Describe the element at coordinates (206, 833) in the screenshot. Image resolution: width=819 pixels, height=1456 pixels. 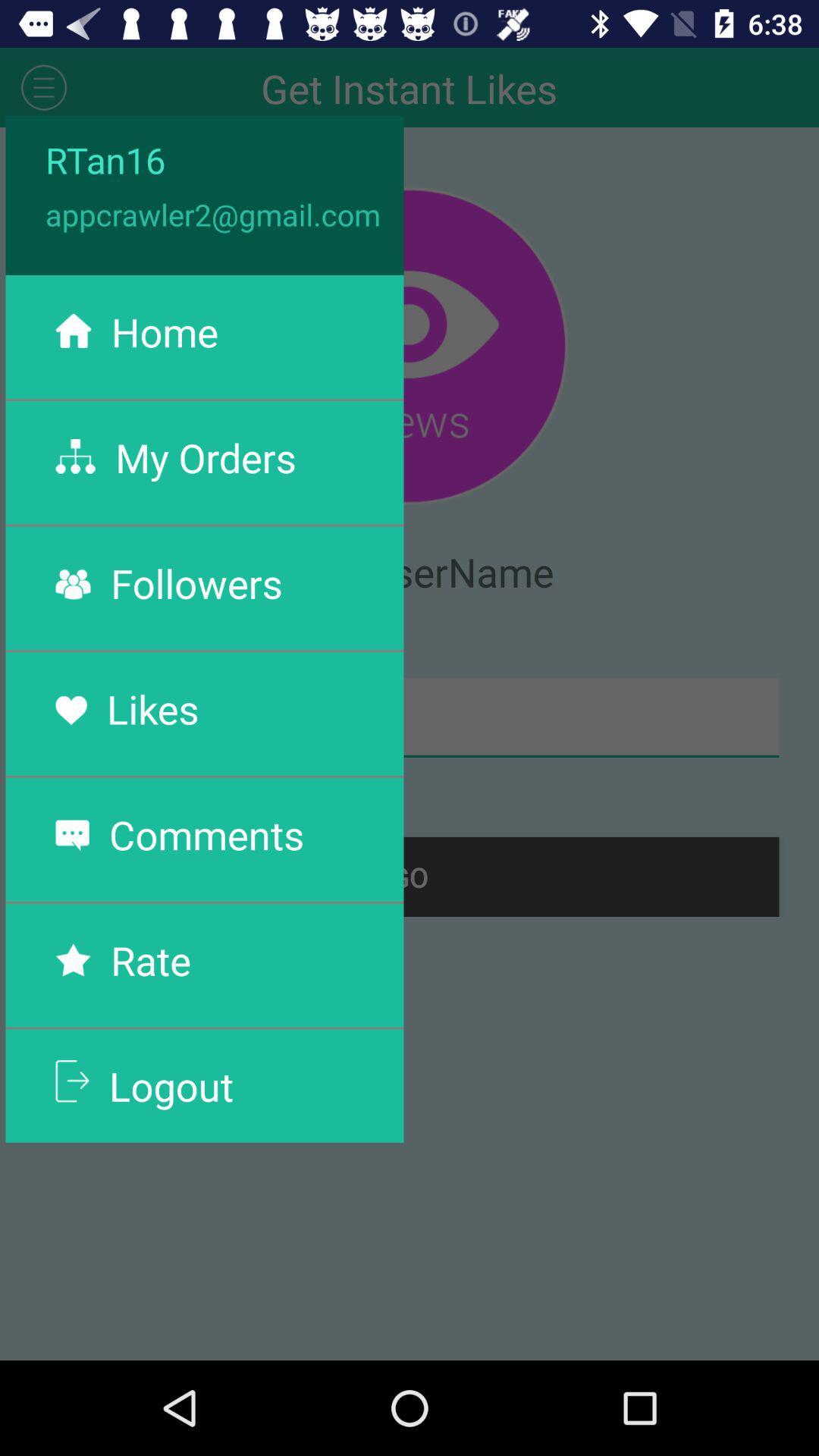
I see `comments icon` at that location.